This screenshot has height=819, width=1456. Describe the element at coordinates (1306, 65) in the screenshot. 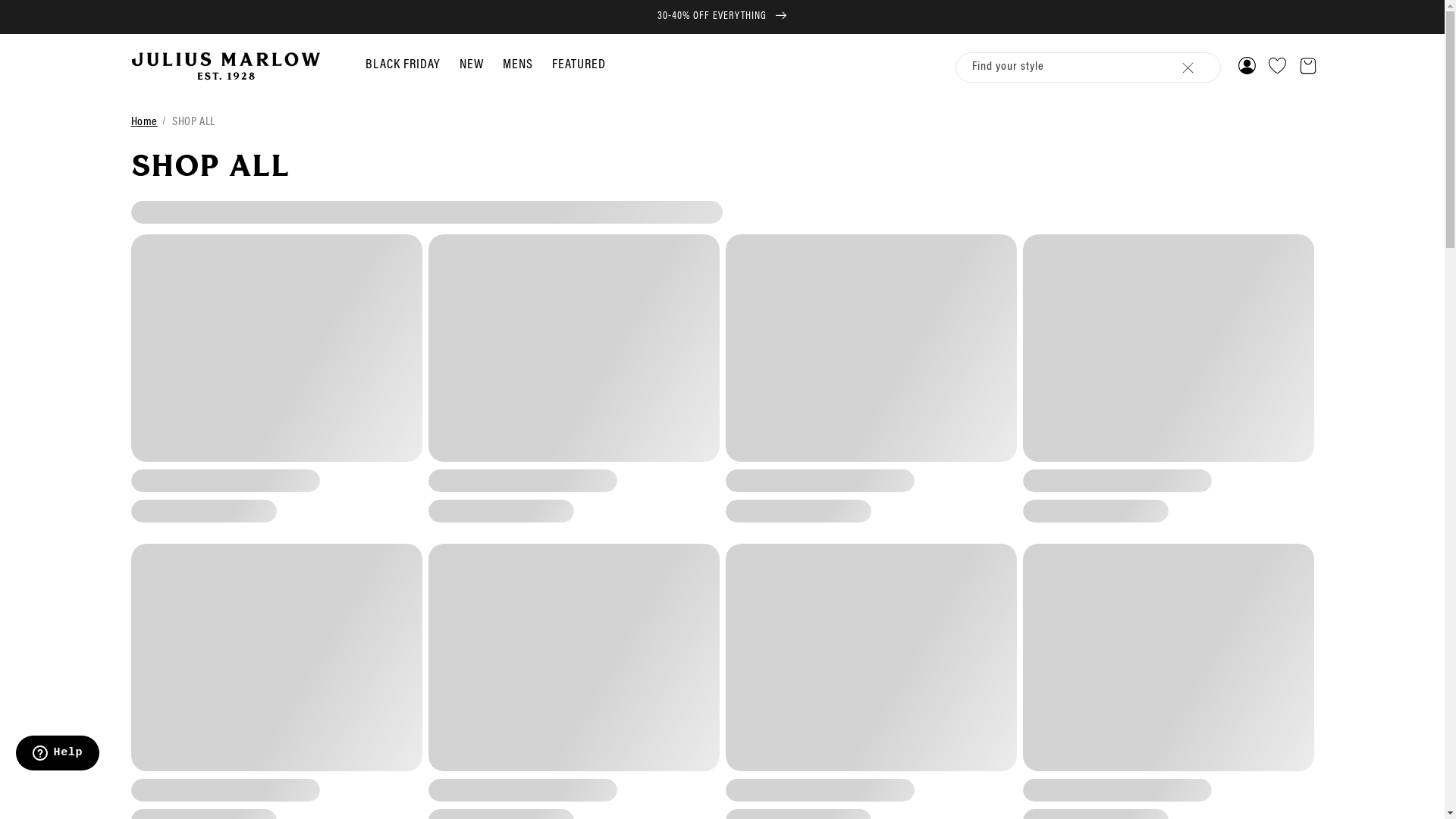

I see `'Cart'` at that location.